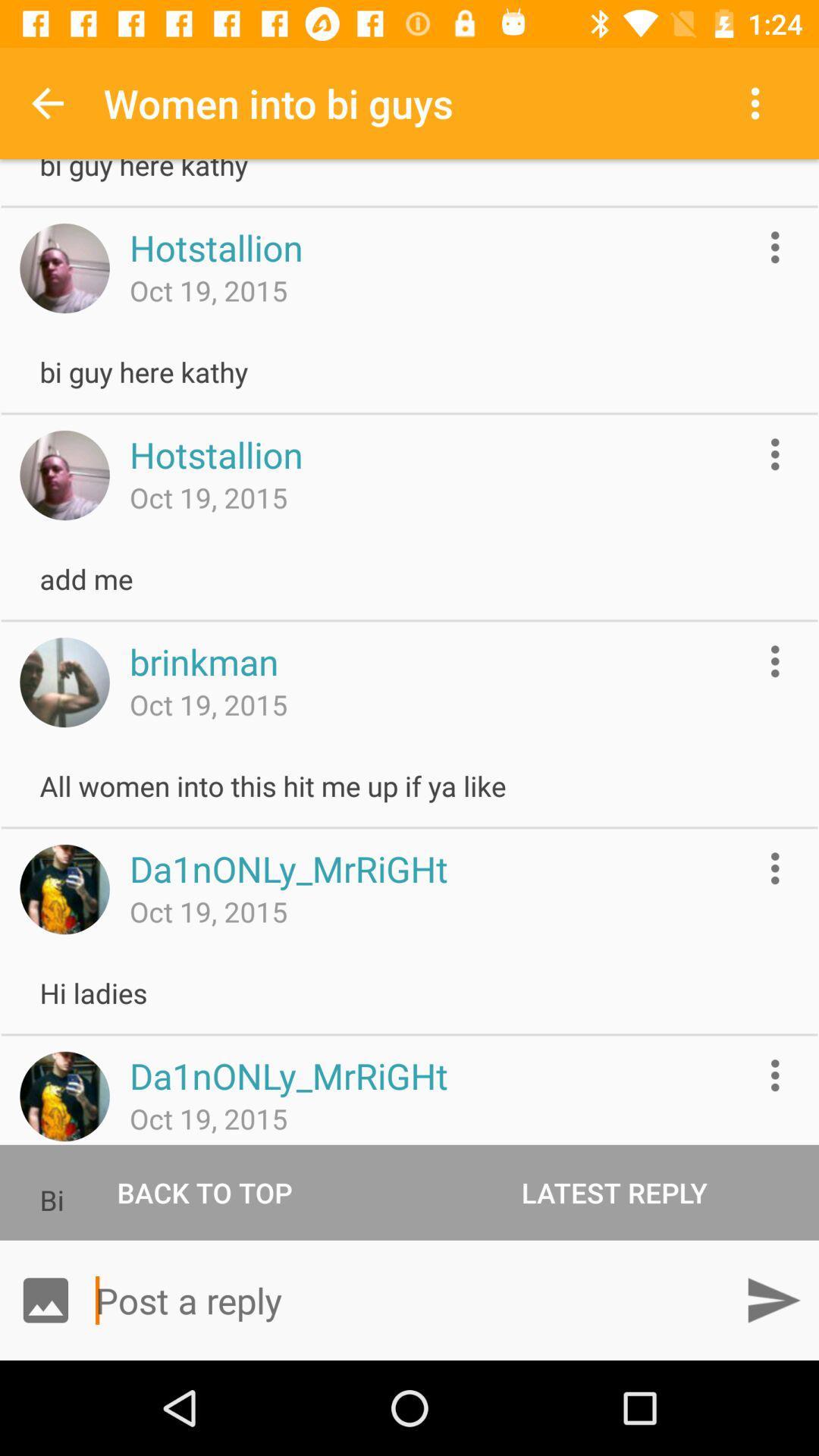 This screenshot has height=1456, width=819. I want to click on open photos, so click(45, 1299).